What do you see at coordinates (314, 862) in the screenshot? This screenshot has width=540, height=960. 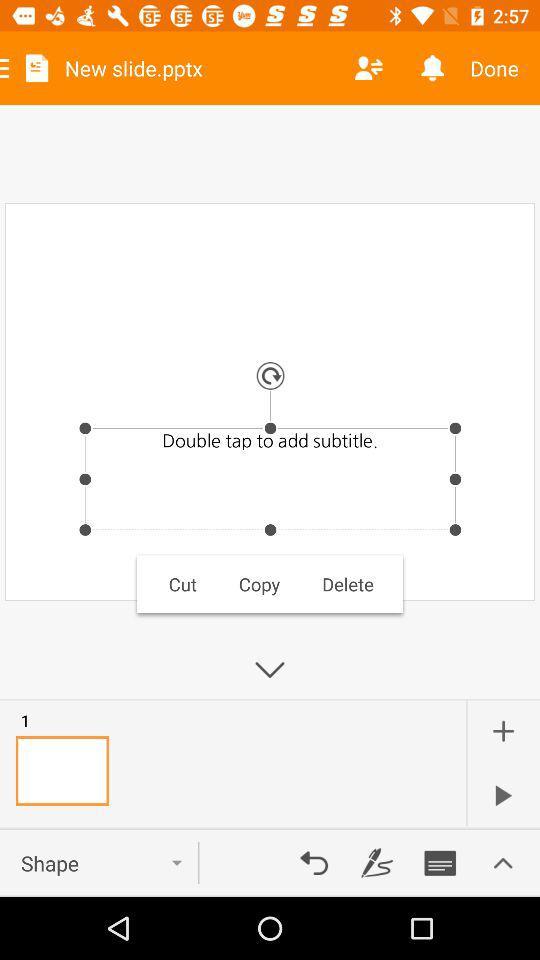 I see `the undo icon` at bounding box center [314, 862].